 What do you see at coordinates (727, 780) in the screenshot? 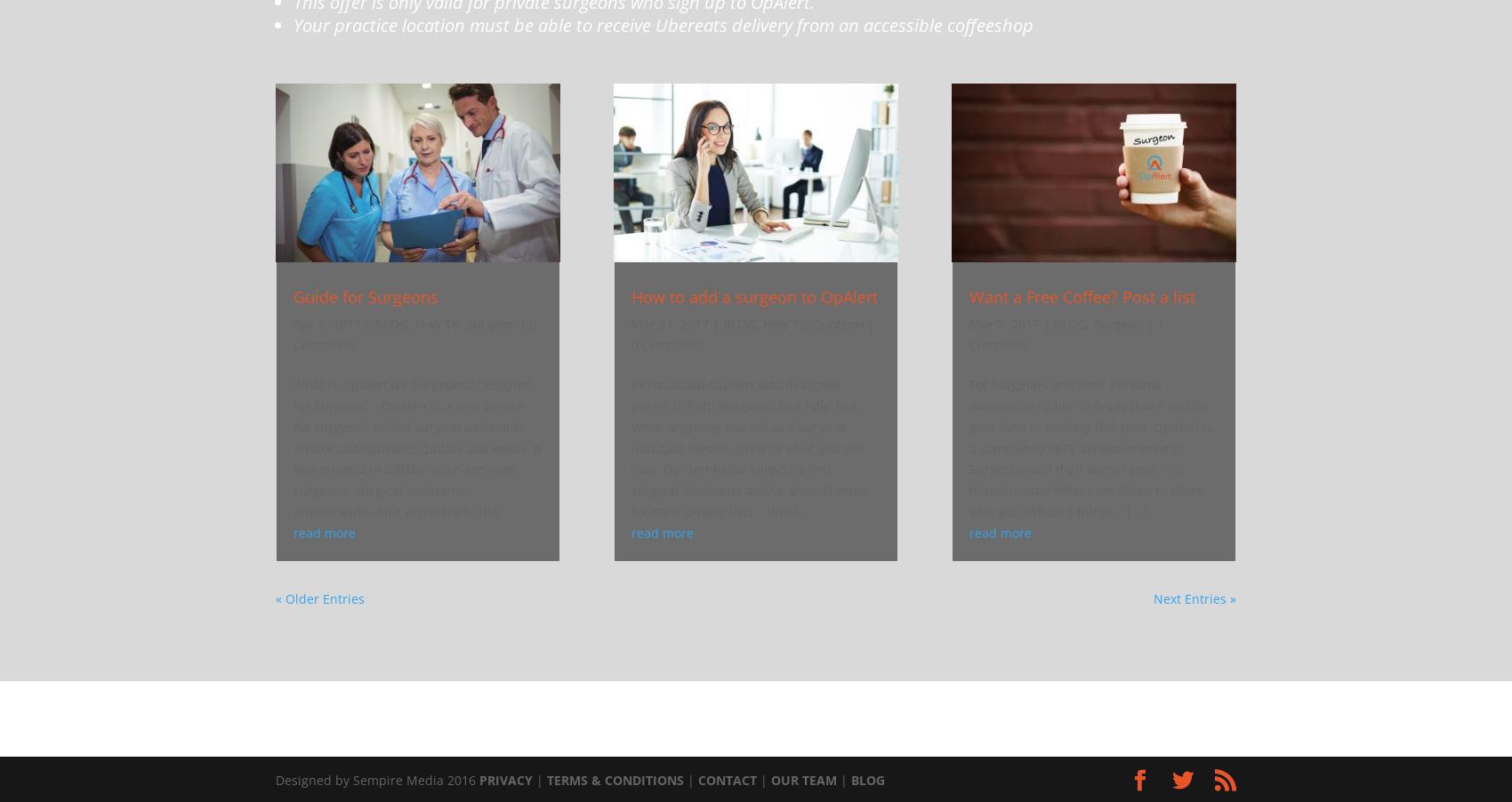
I see `'CONTACT'` at bounding box center [727, 780].